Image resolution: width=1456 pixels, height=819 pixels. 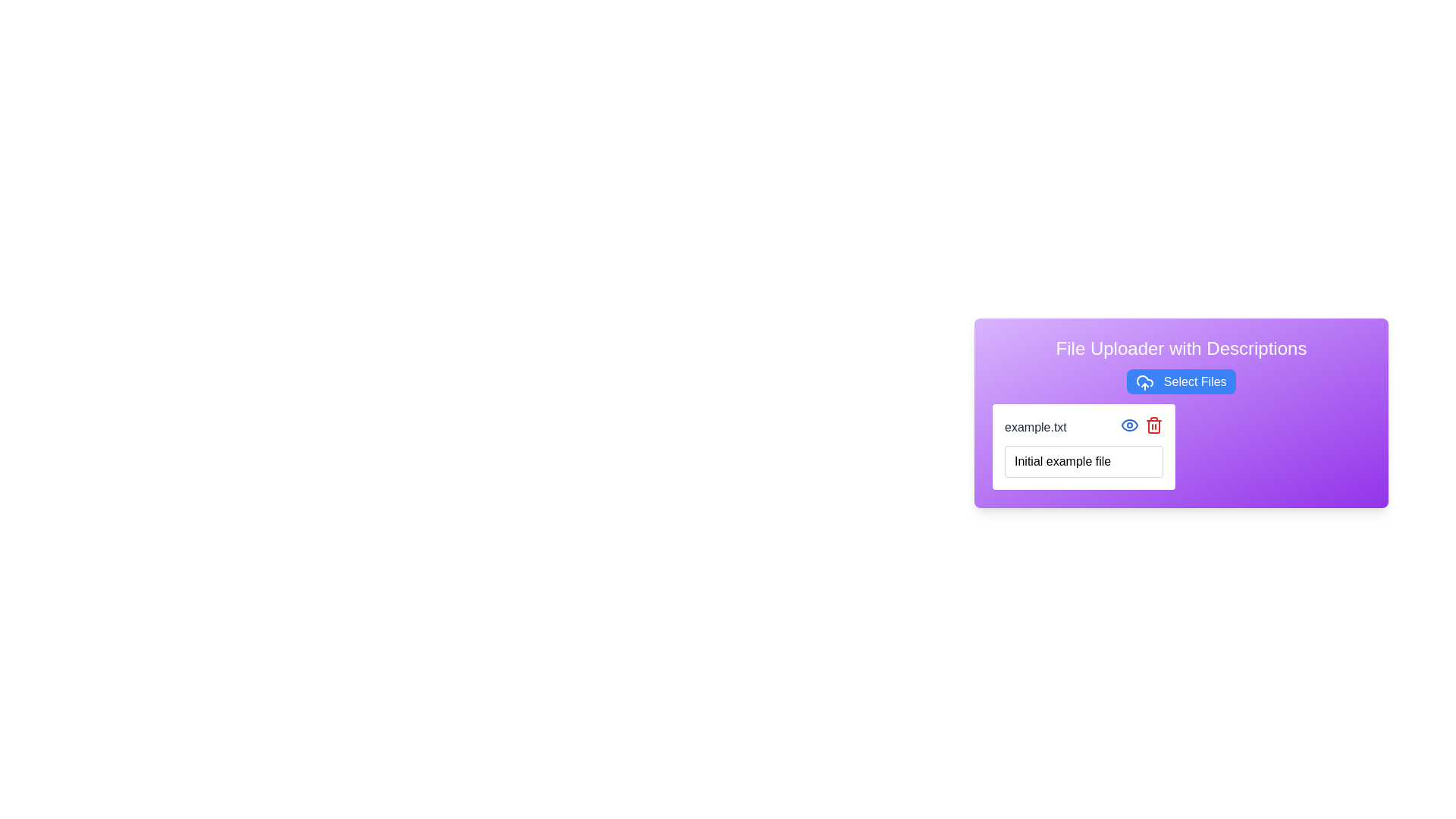 I want to click on the eye-shaped icon with a blue outline, which is the leftmost icon in the group of interactive elements on the file card for 'example.txt', so click(x=1129, y=424).